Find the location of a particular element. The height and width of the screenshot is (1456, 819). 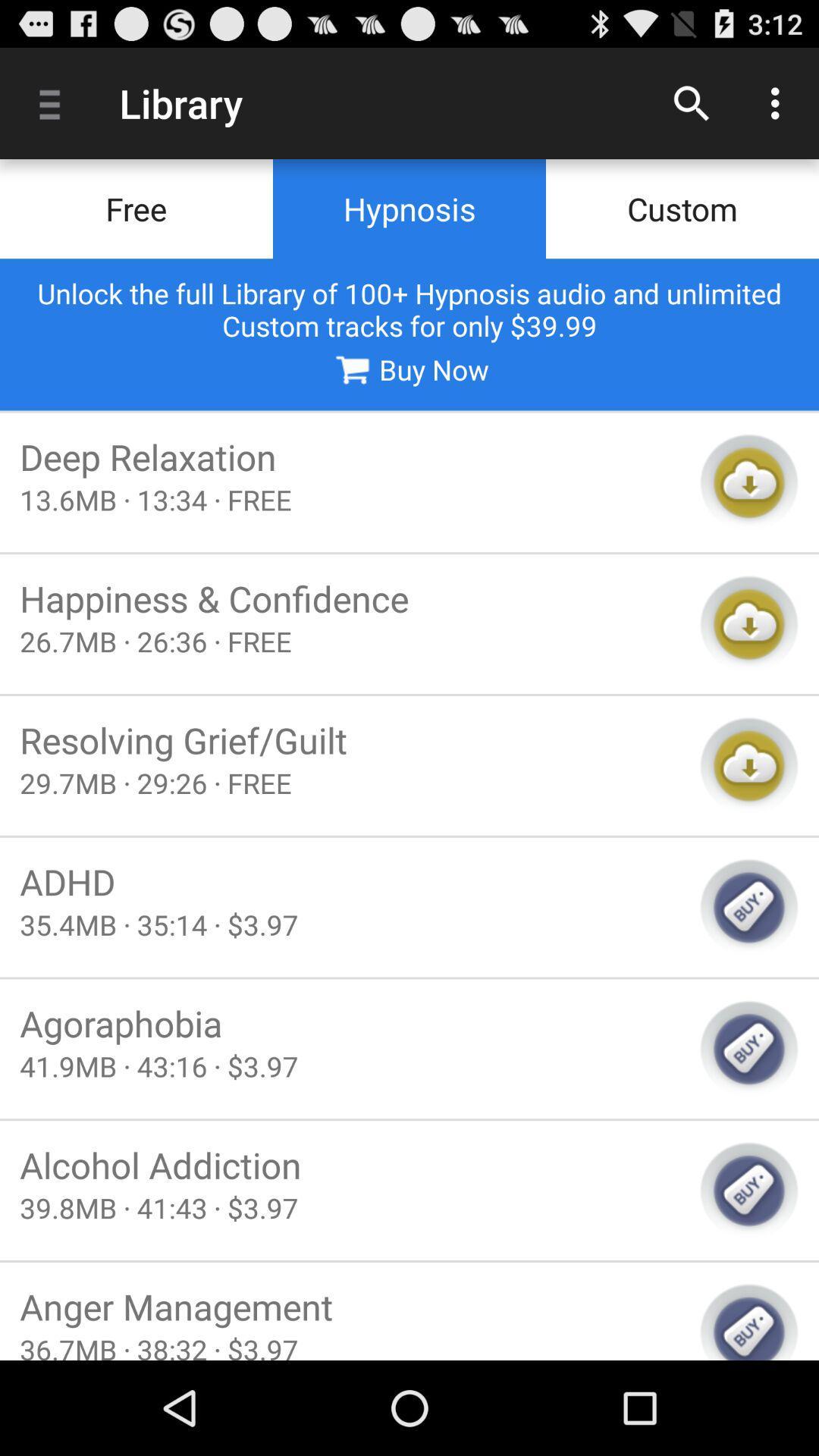

buy track is located at coordinates (748, 1190).